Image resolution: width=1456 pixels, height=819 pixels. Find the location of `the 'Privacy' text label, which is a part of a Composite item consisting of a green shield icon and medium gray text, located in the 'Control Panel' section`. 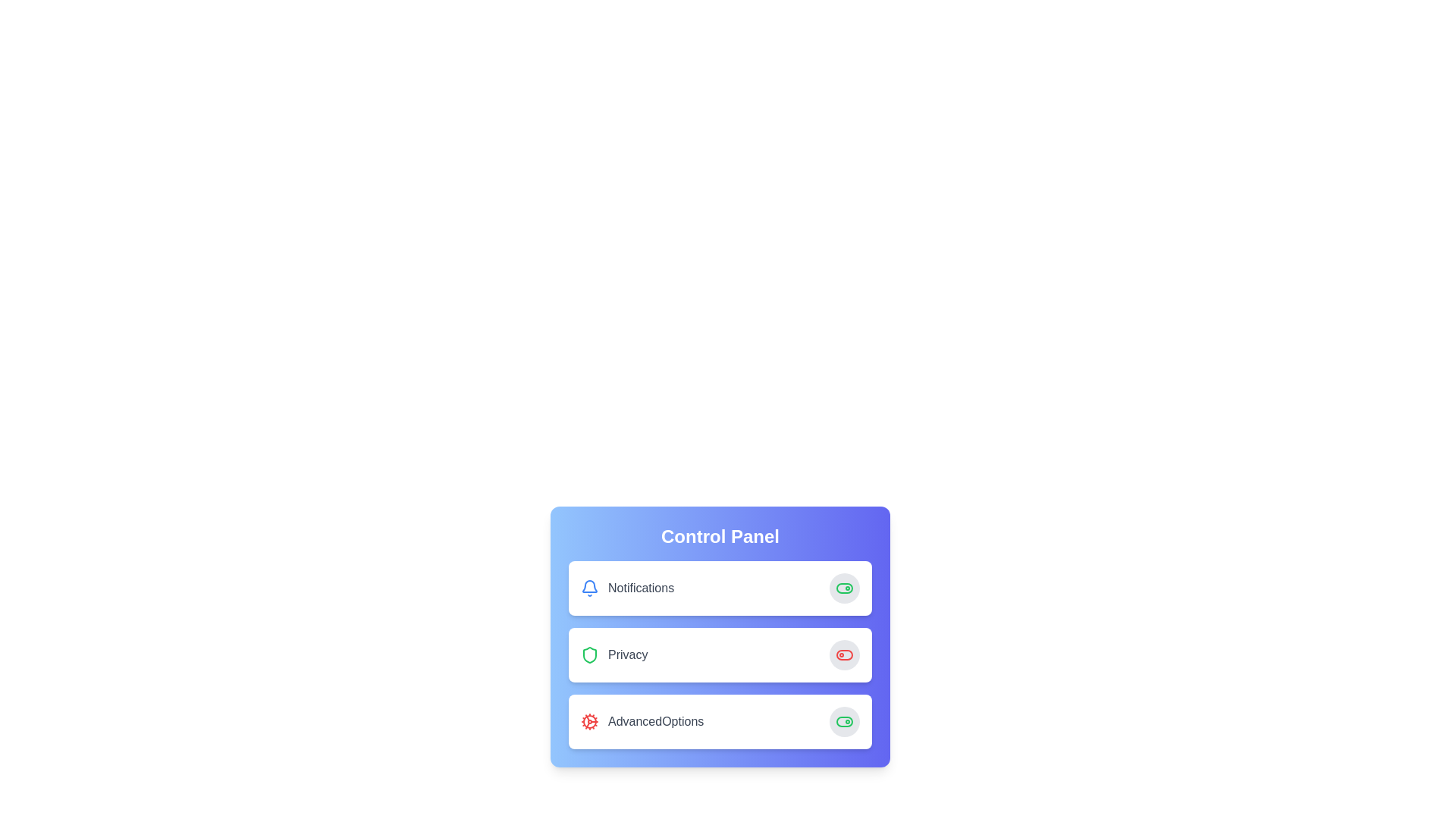

the 'Privacy' text label, which is a part of a Composite item consisting of a green shield icon and medium gray text, located in the 'Control Panel' section is located at coordinates (614, 654).